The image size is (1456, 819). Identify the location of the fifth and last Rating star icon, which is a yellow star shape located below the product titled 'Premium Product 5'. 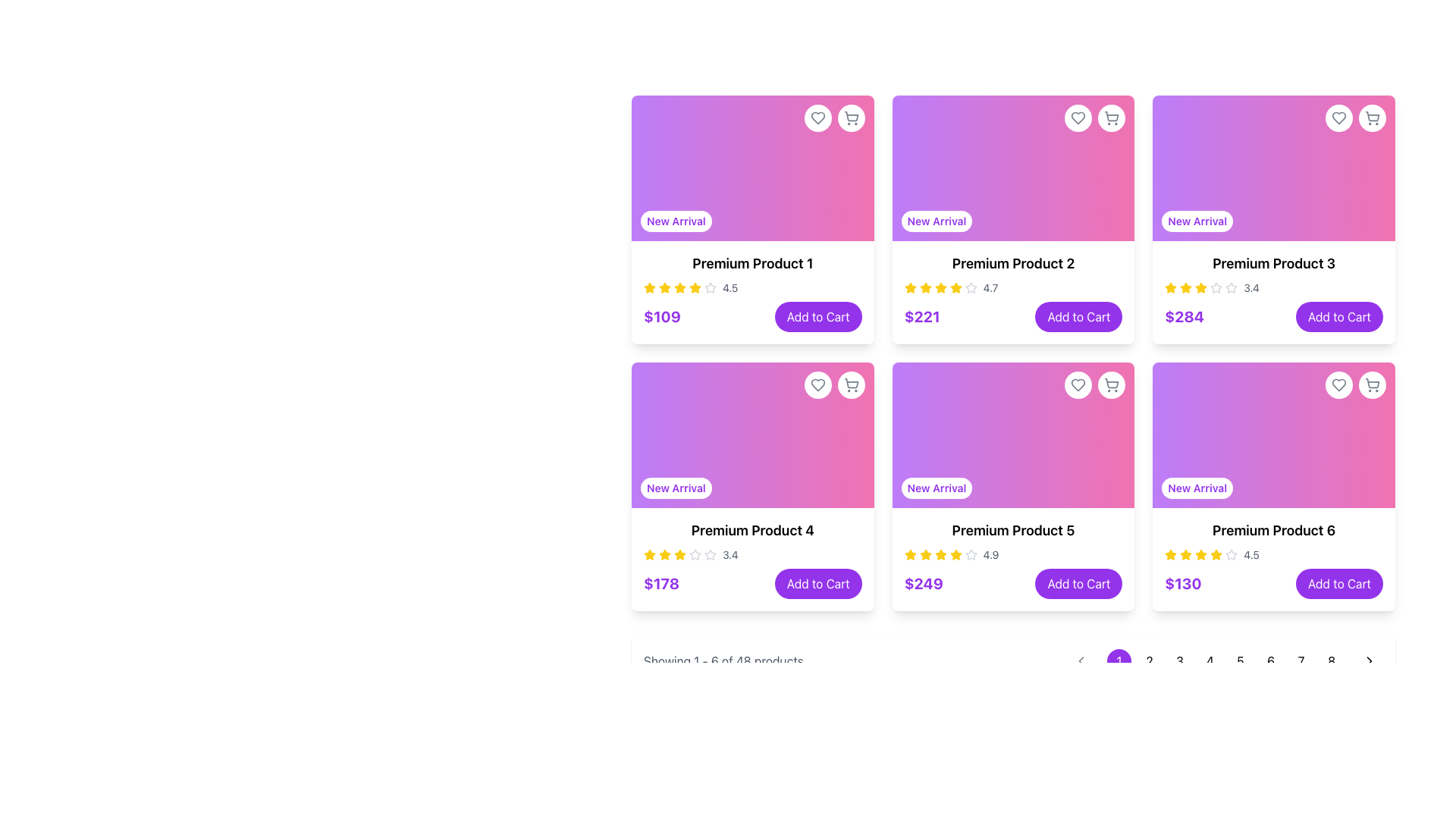
(924, 554).